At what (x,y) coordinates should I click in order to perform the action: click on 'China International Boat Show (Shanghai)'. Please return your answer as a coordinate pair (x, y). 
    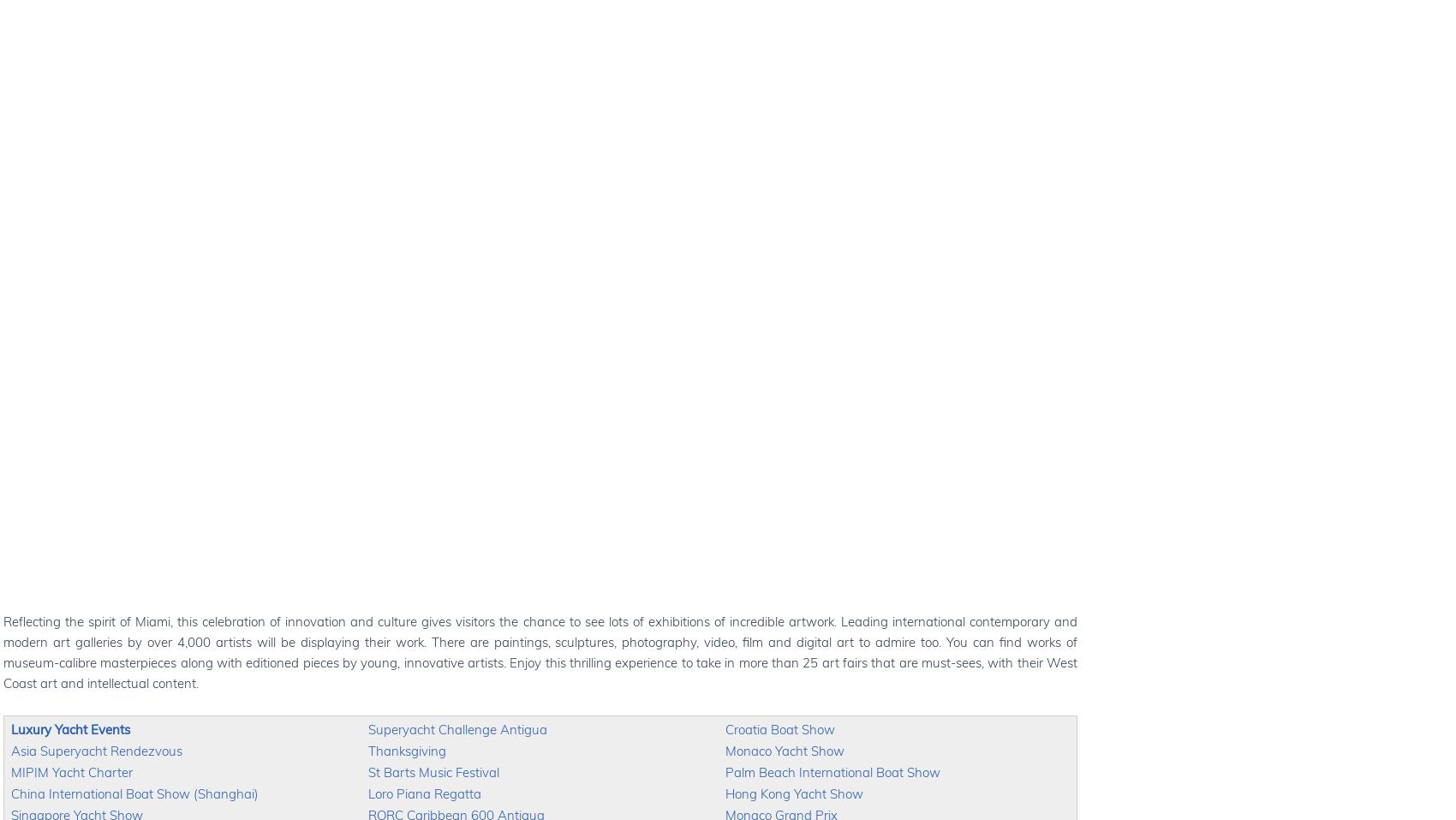
    Looking at the image, I should click on (134, 793).